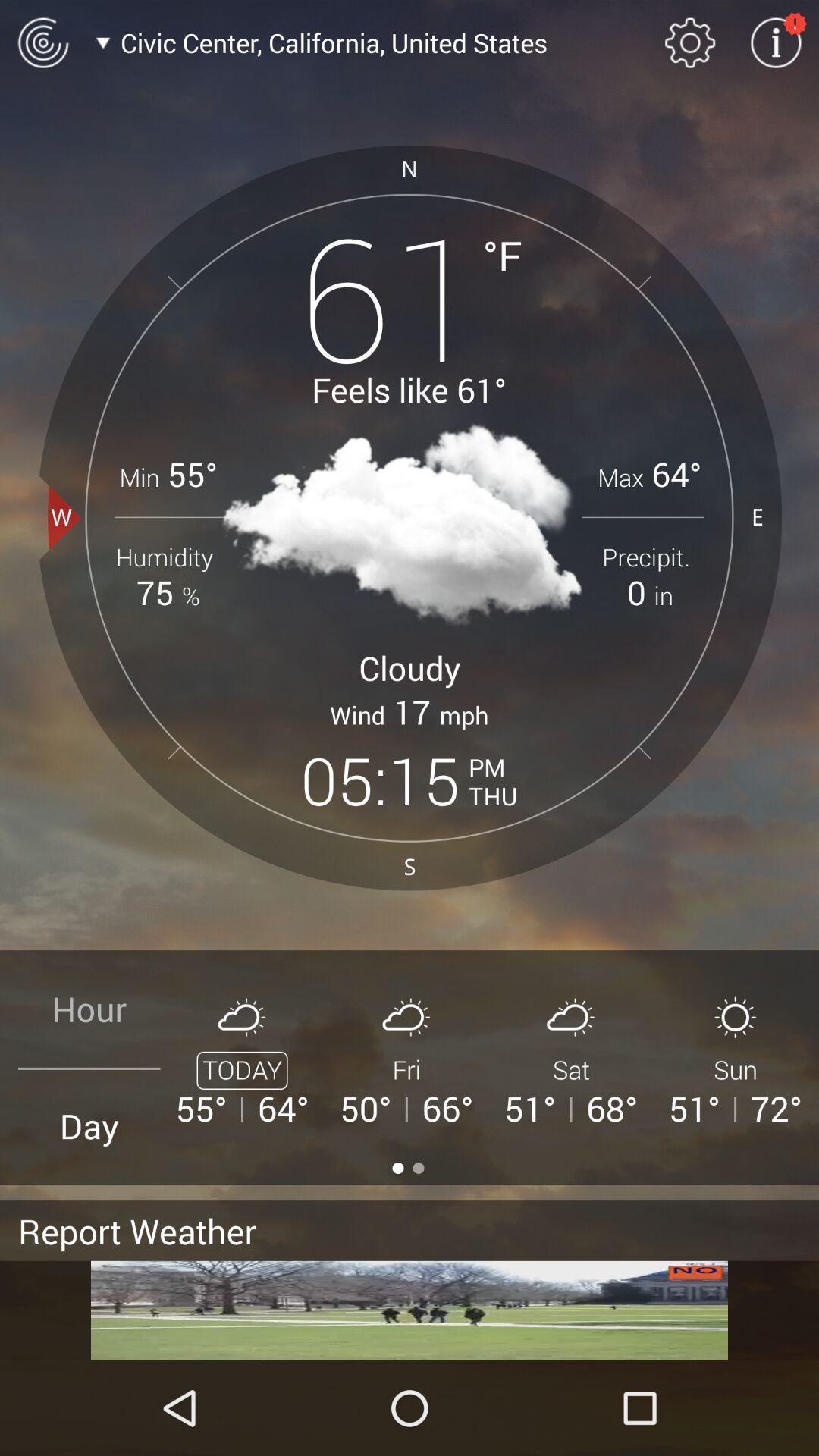 This screenshot has height=1456, width=819. Describe the element at coordinates (690, 42) in the screenshot. I see `parameters` at that location.